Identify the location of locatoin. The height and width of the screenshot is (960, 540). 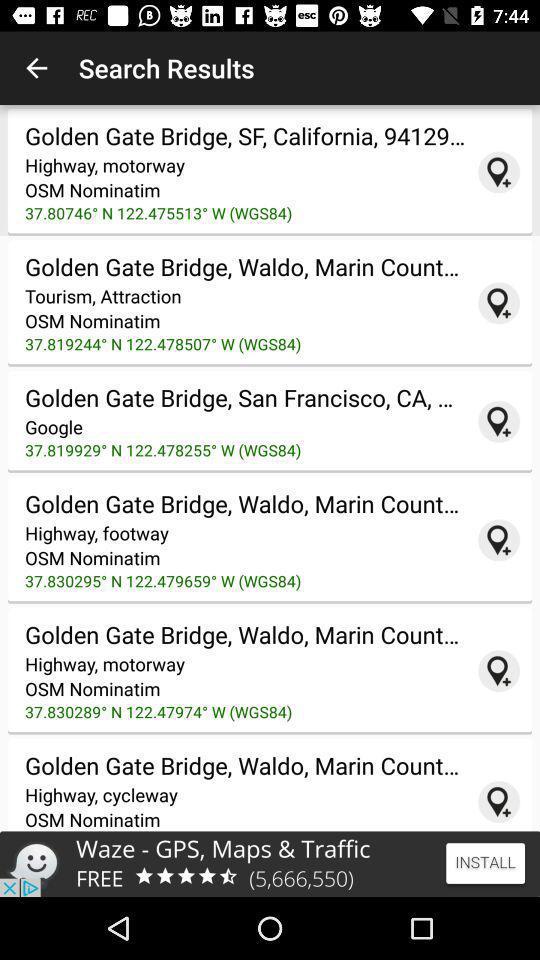
(498, 171).